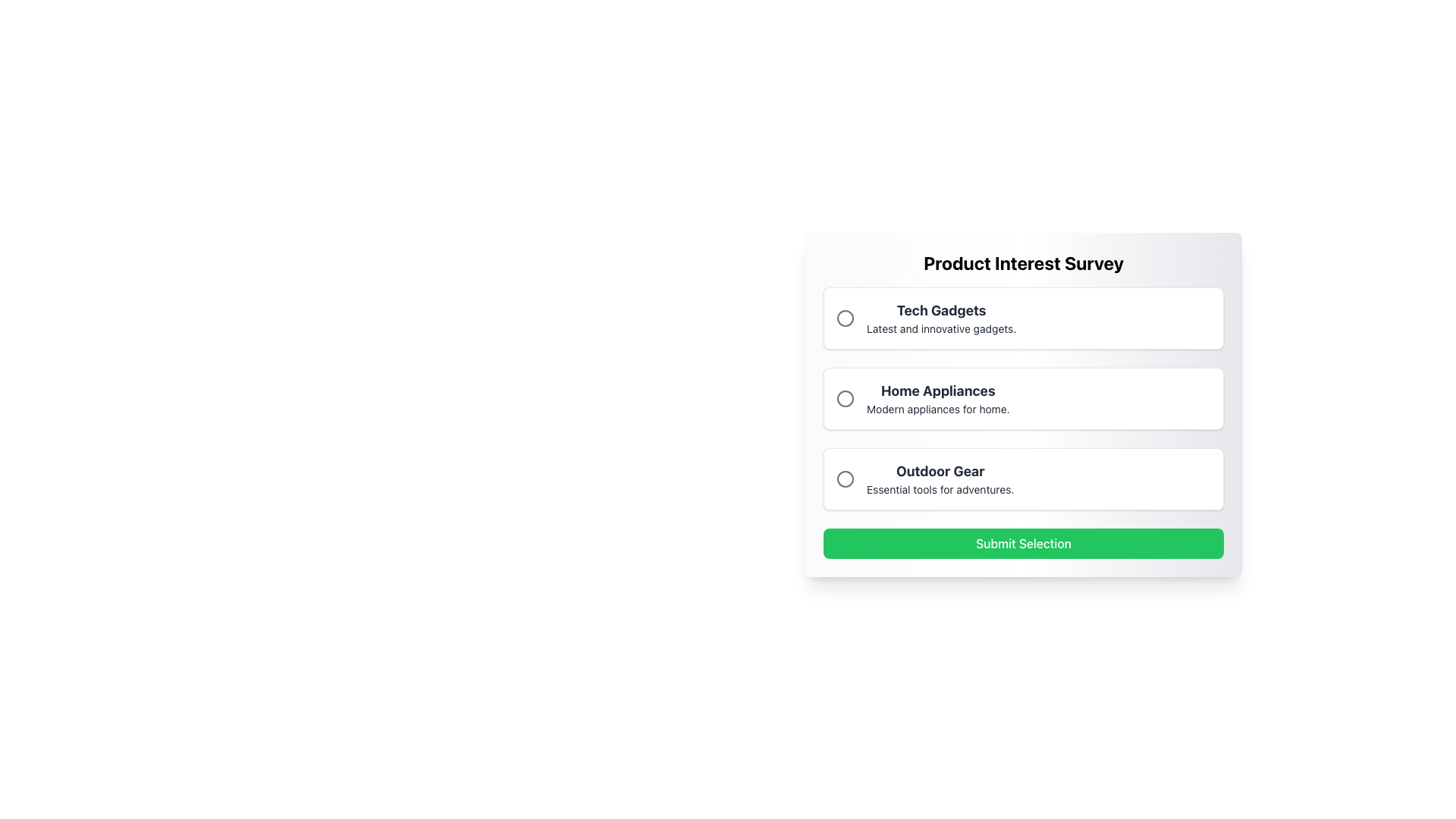 Image resolution: width=1456 pixels, height=819 pixels. I want to click on the 'Home Appliances' card item, which is the second card in a vertical list of three options, so click(1023, 397).